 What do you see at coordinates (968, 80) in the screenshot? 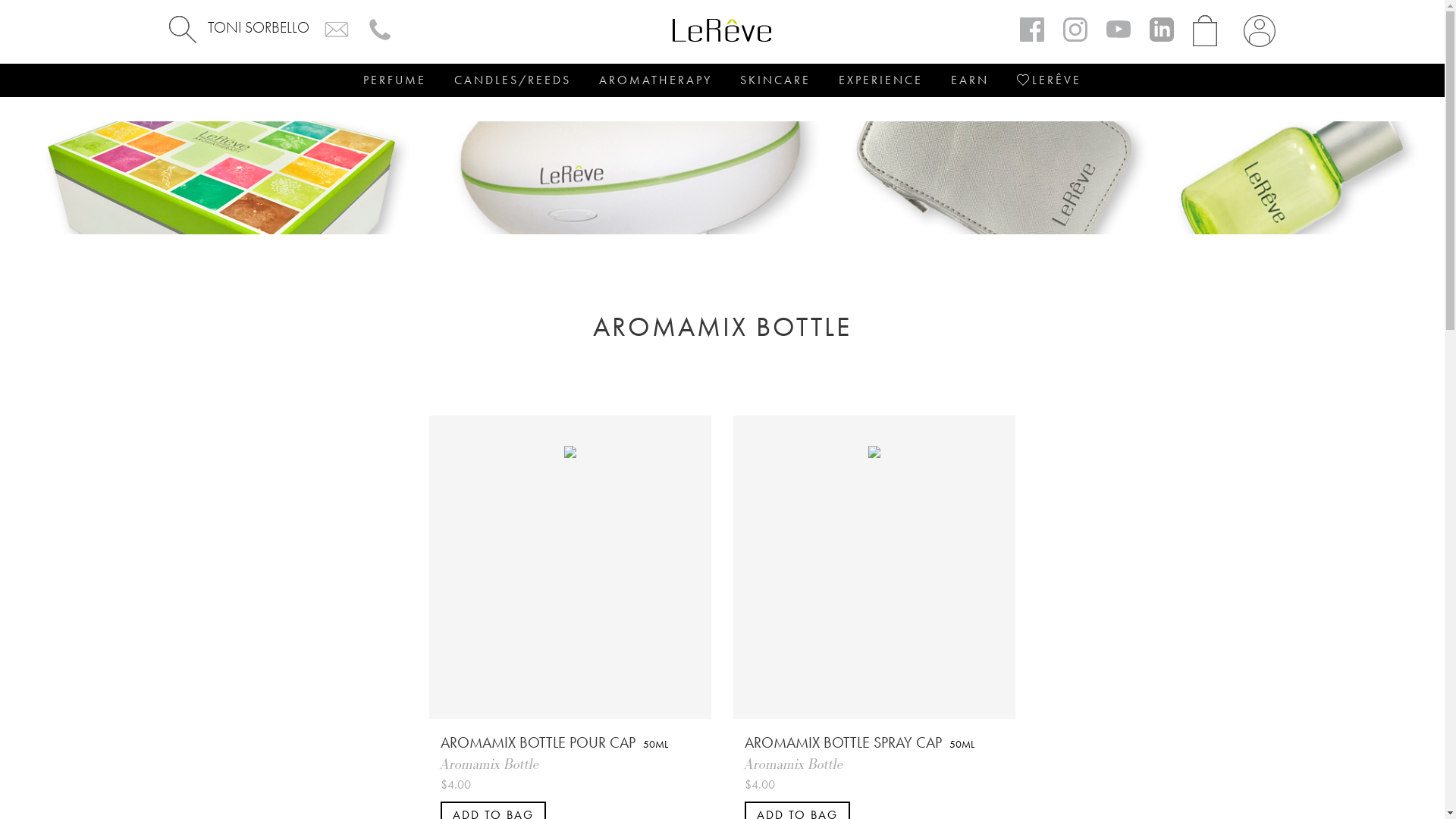
I see `'EARN'` at bounding box center [968, 80].